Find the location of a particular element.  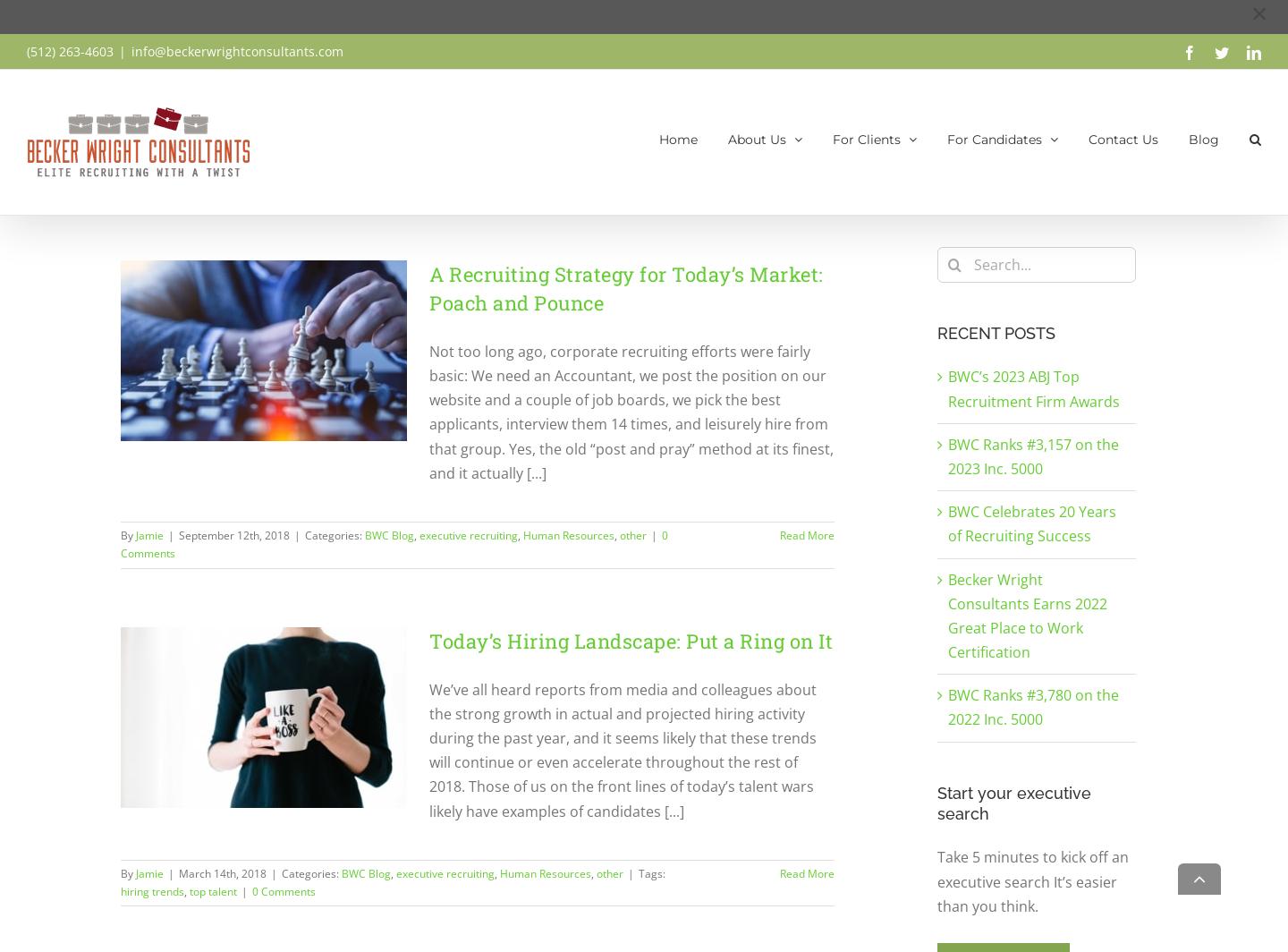

'top talent' is located at coordinates (213, 891).